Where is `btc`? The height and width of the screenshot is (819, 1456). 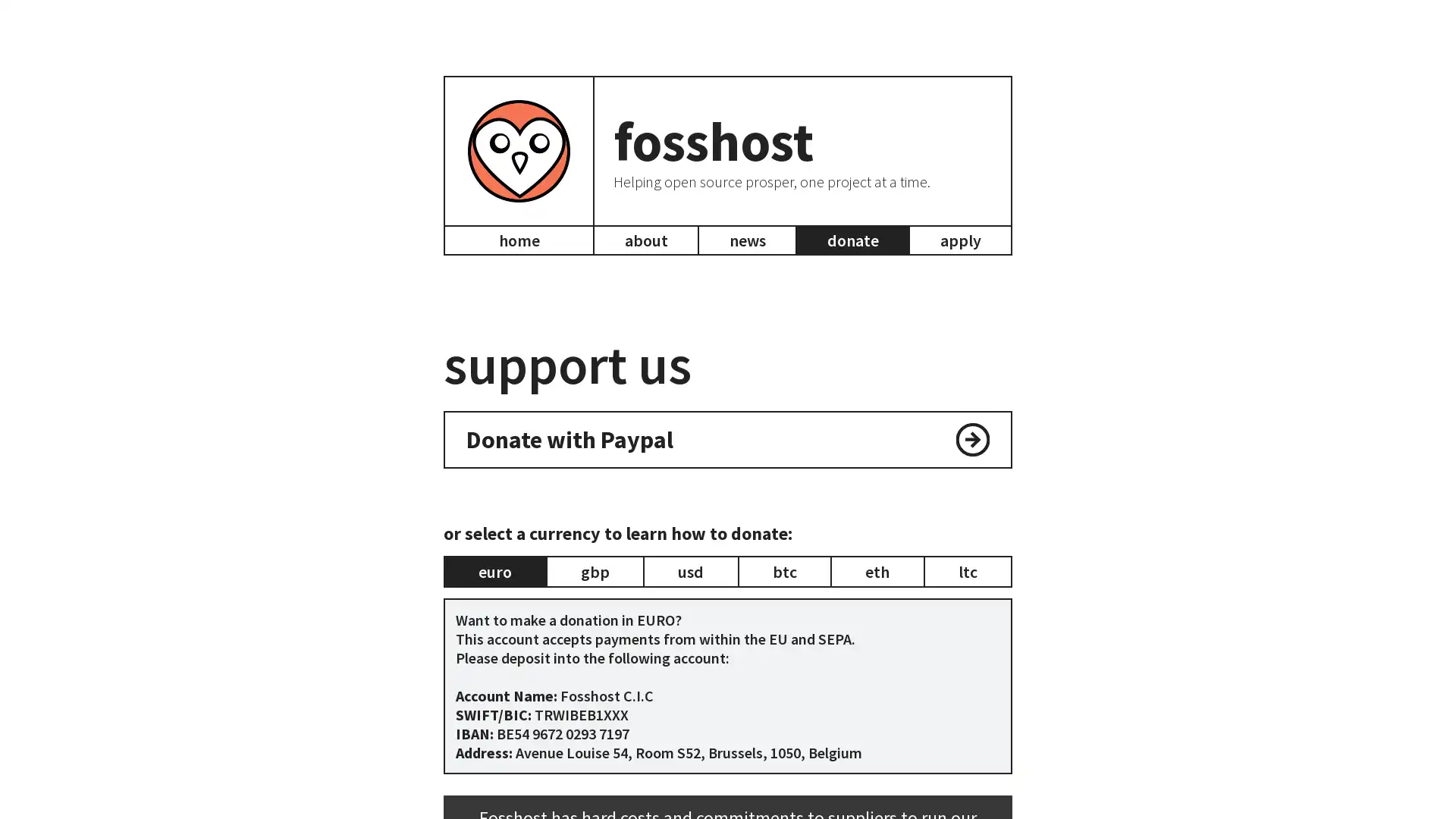 btc is located at coordinates (784, 571).